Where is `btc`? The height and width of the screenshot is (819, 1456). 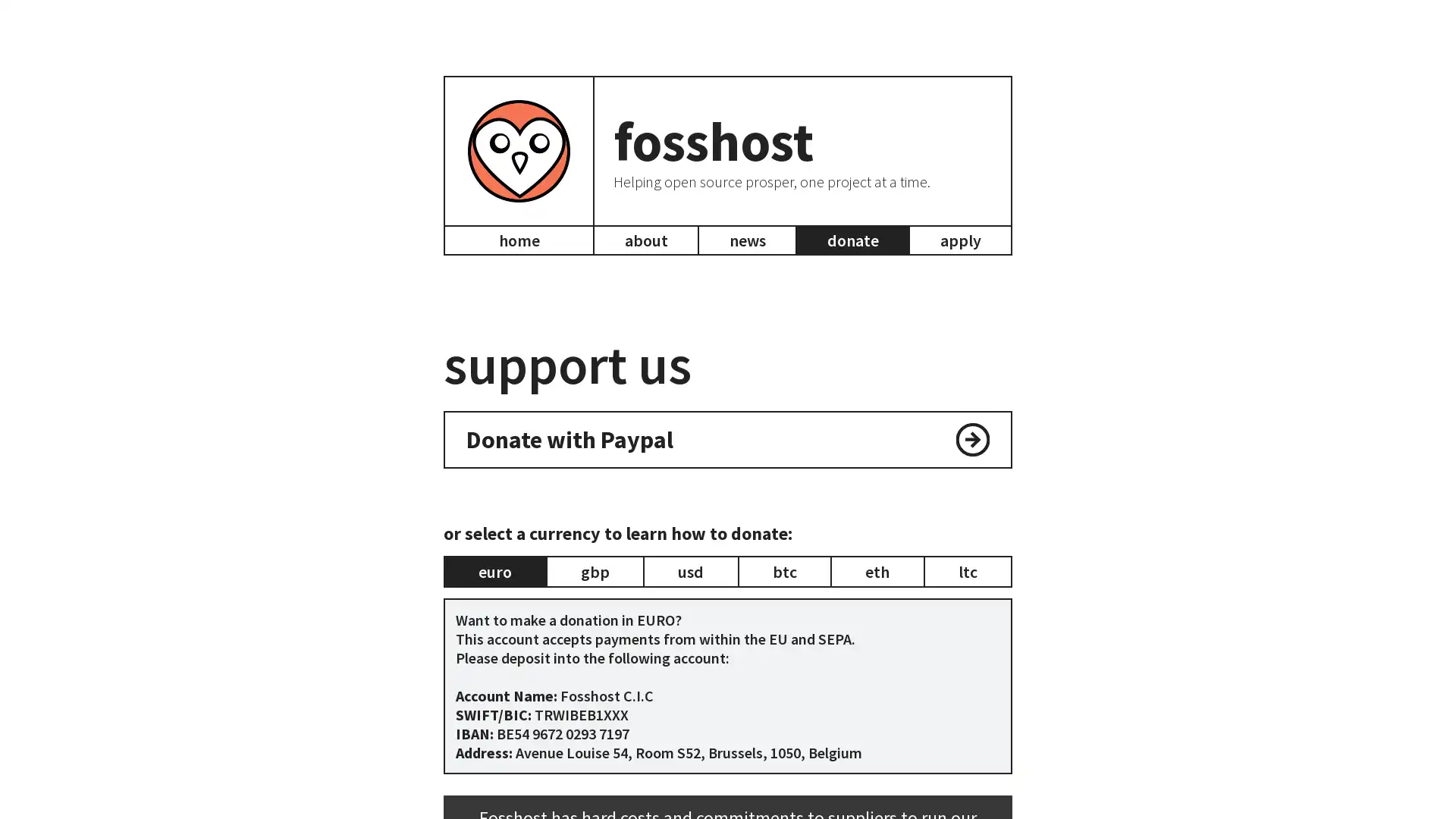 btc is located at coordinates (784, 571).